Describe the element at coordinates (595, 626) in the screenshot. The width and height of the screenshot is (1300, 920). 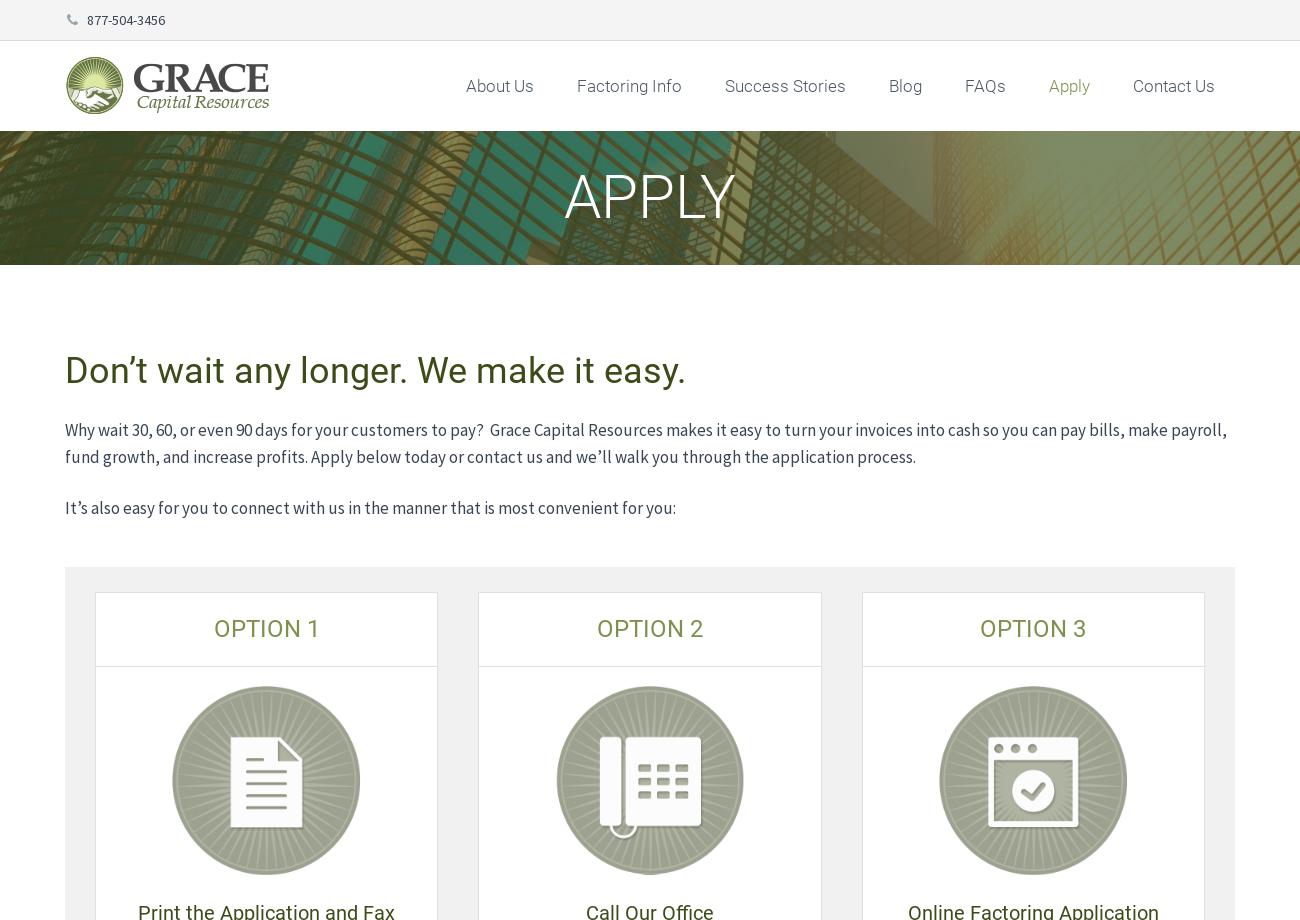
I see `'OPTION 2'` at that location.